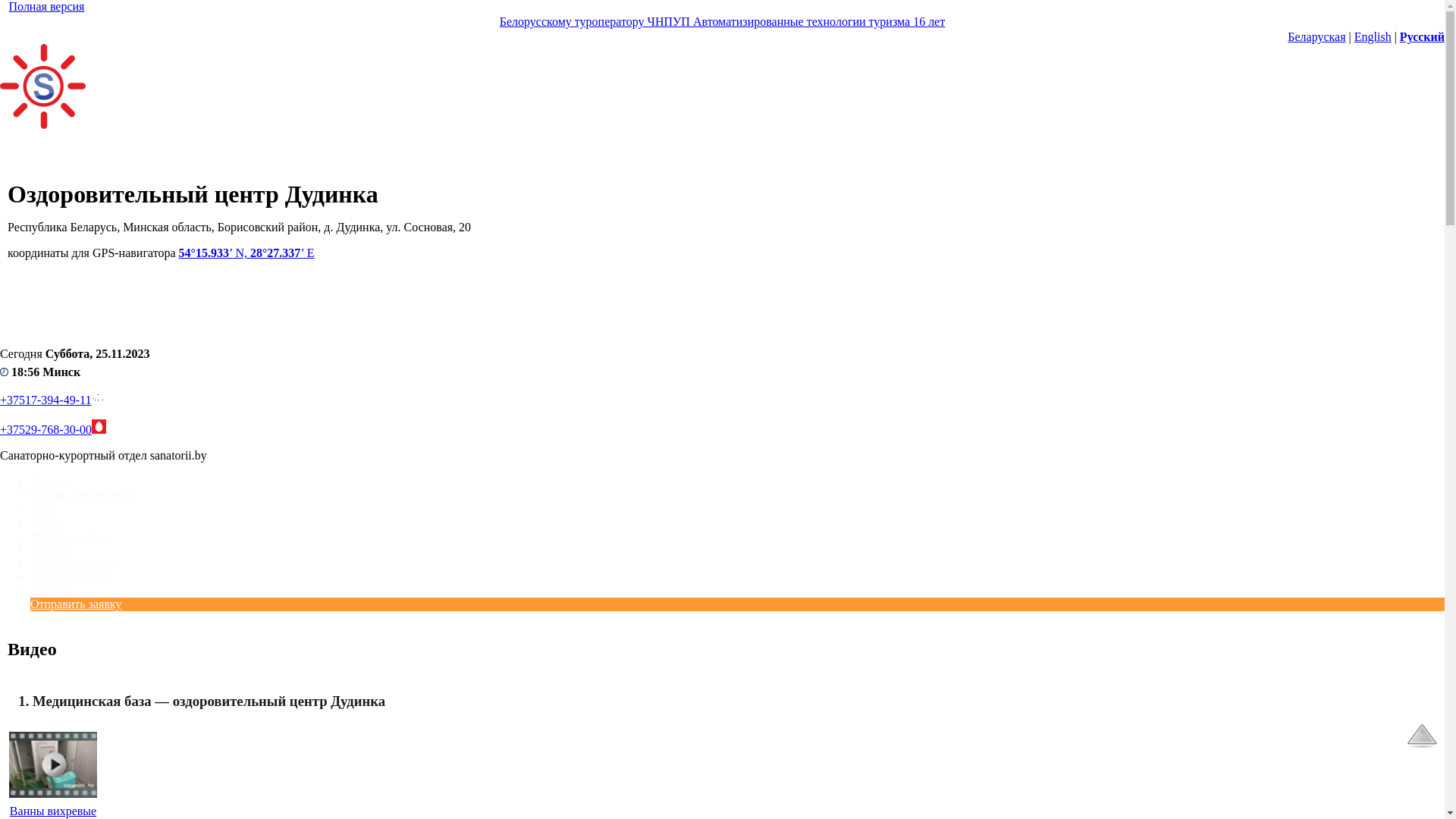 Image resolution: width=1456 pixels, height=819 pixels. What do you see at coordinates (45, 399) in the screenshot?
I see `'+37517-394-49-11'` at bounding box center [45, 399].